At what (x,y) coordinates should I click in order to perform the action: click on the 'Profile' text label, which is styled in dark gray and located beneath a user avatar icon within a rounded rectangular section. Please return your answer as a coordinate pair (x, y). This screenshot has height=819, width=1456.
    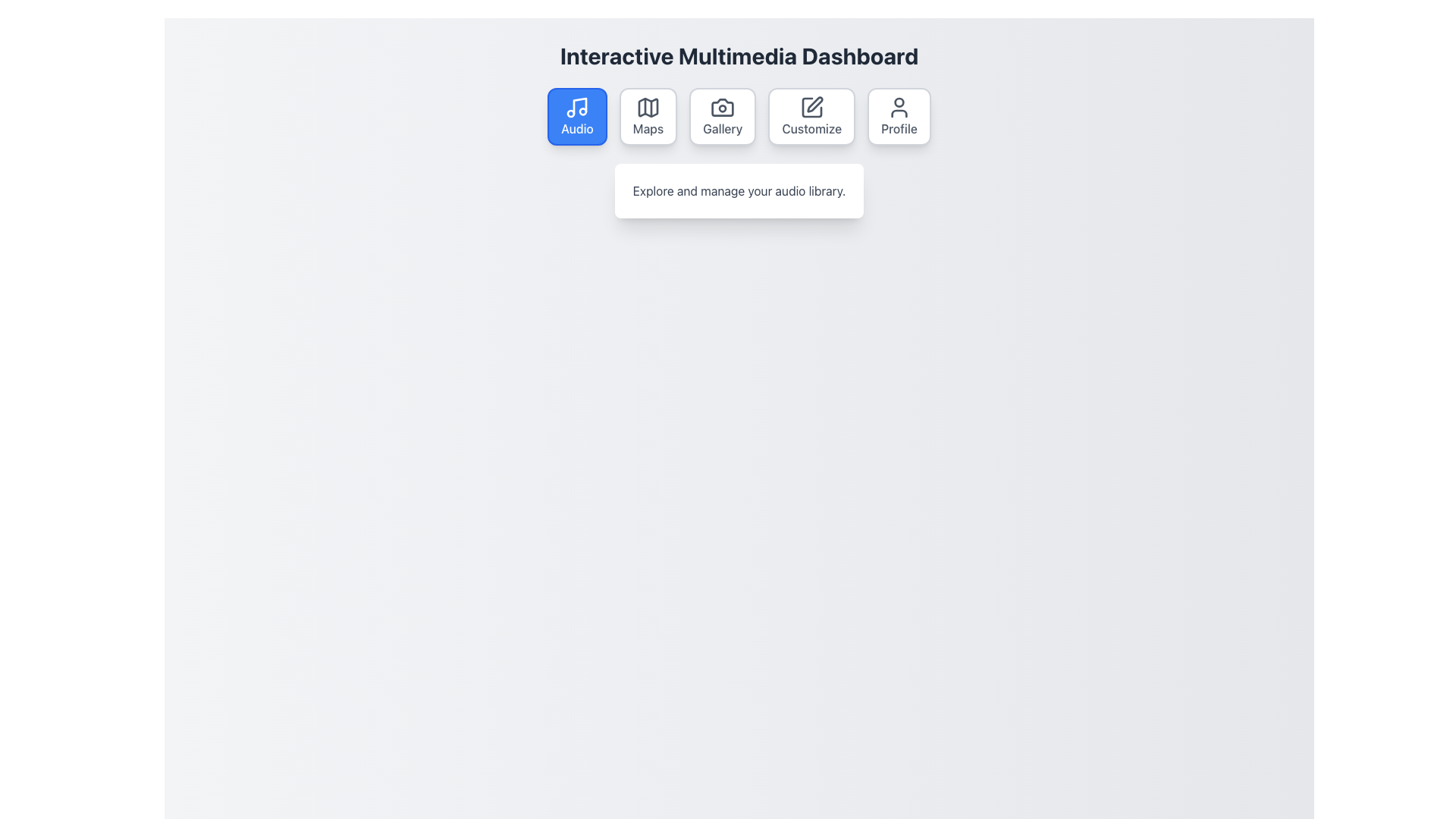
    Looking at the image, I should click on (899, 127).